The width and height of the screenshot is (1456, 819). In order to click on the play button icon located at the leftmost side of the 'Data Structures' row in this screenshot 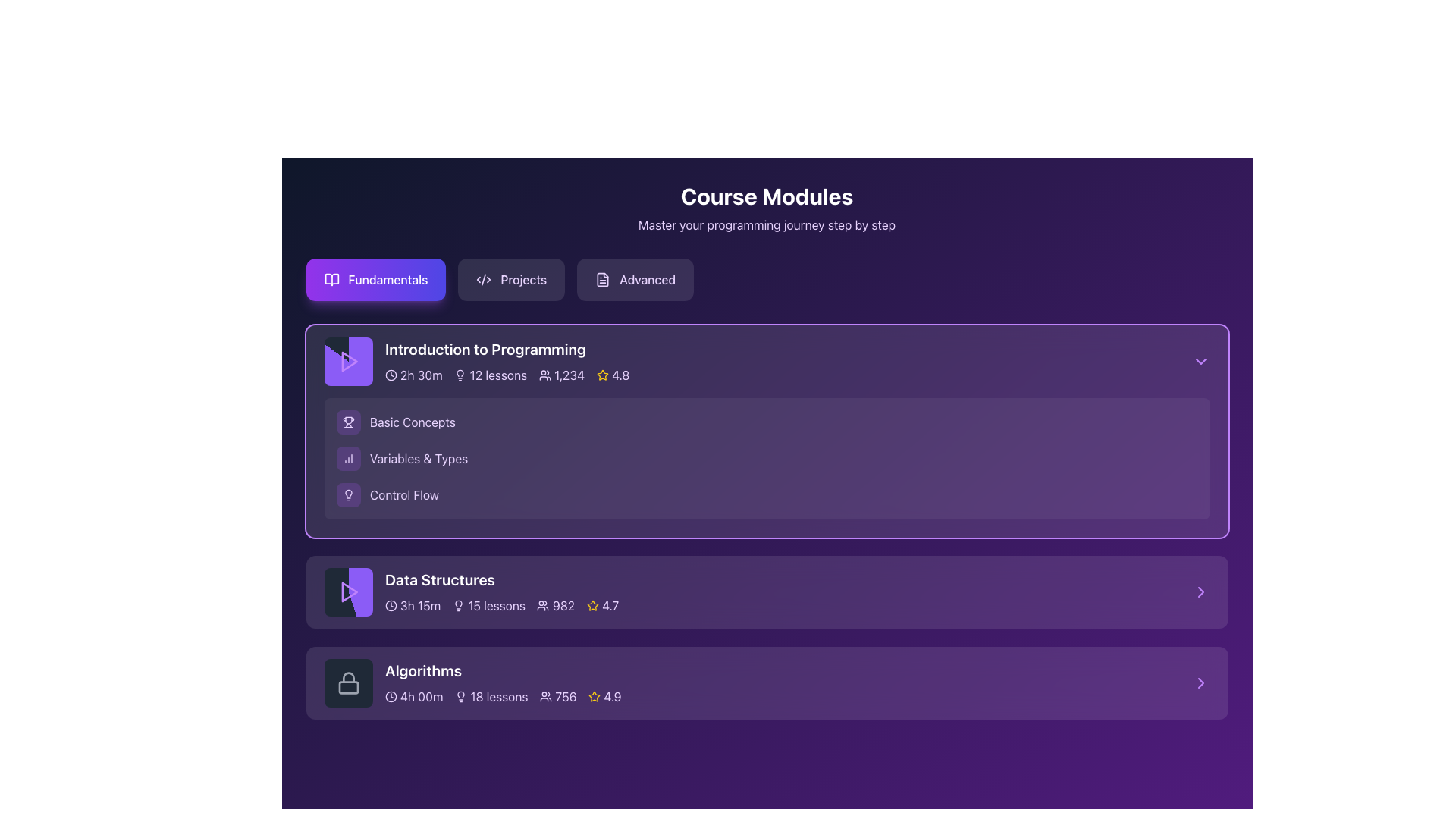, I will do `click(347, 591)`.